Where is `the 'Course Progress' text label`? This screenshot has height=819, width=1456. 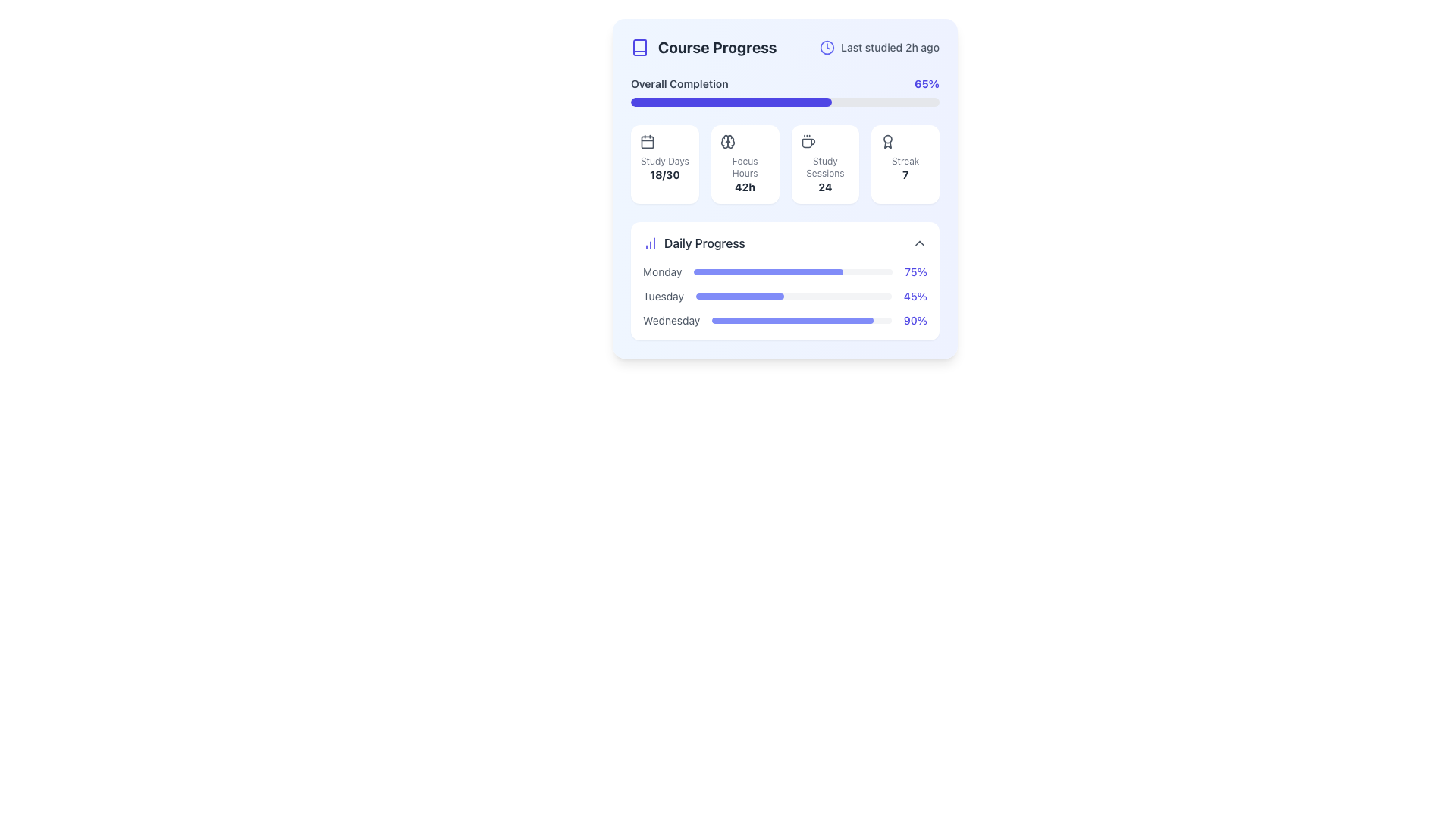 the 'Course Progress' text label is located at coordinates (717, 46).